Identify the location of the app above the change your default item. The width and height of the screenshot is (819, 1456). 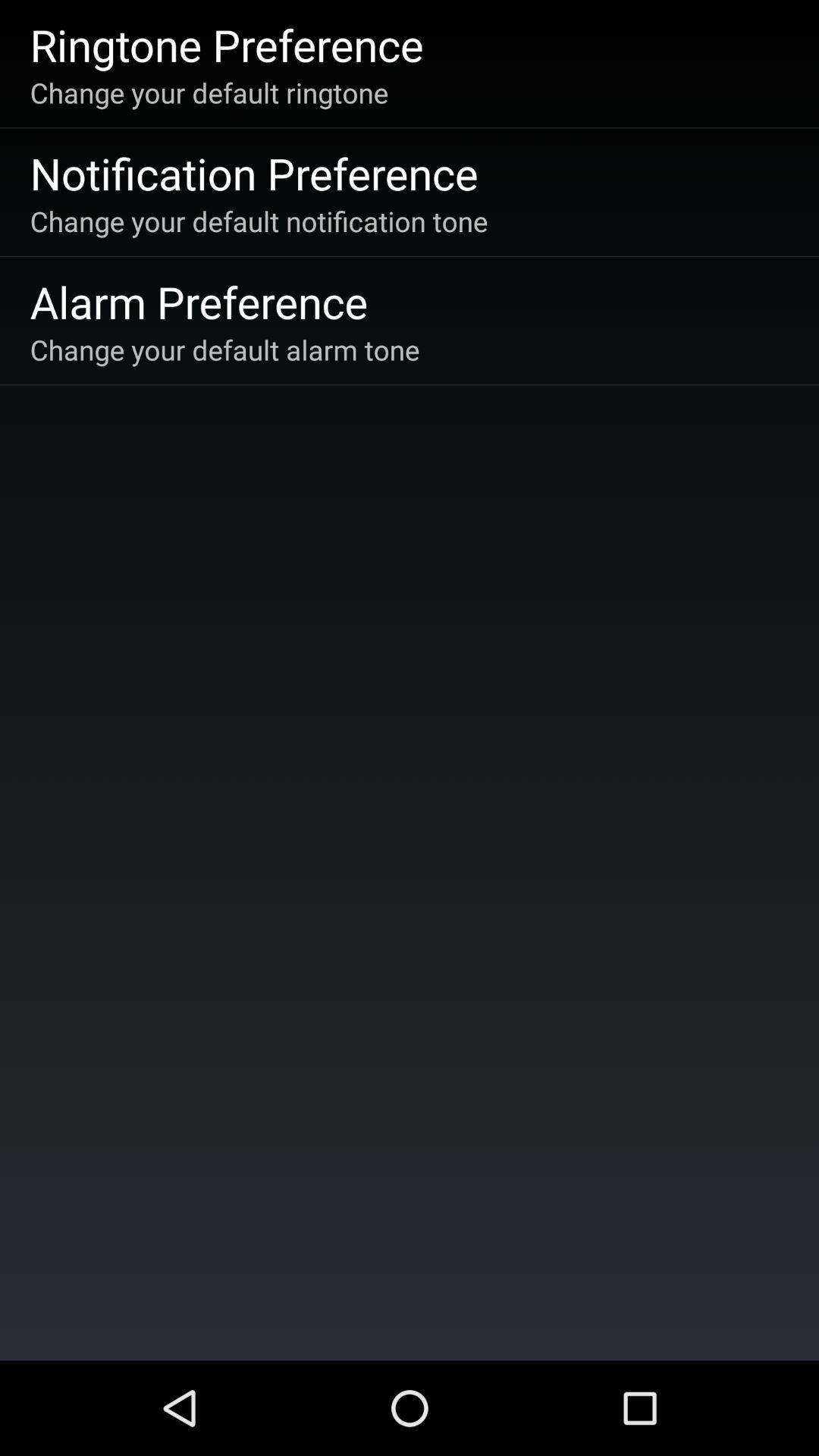
(198, 301).